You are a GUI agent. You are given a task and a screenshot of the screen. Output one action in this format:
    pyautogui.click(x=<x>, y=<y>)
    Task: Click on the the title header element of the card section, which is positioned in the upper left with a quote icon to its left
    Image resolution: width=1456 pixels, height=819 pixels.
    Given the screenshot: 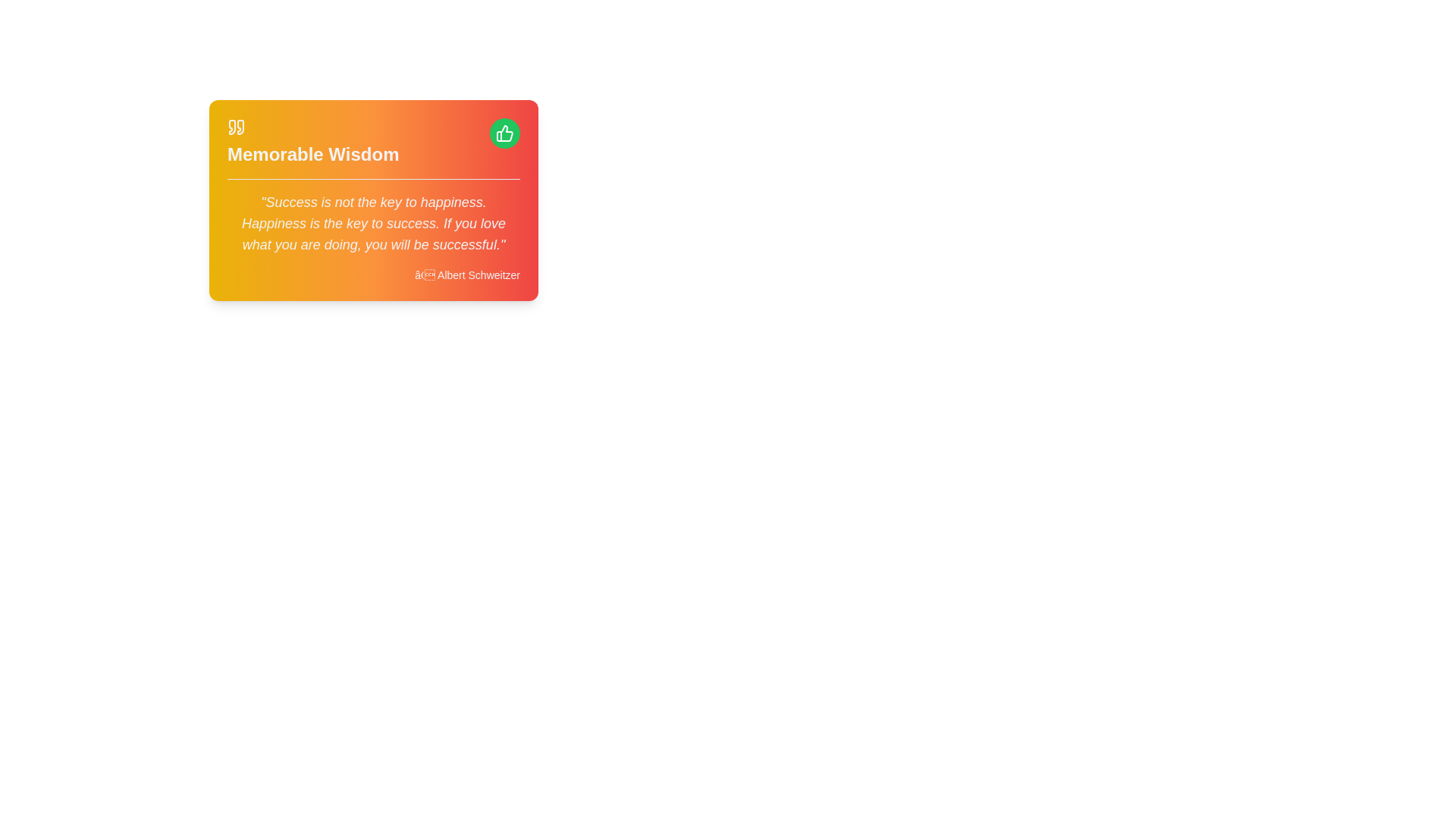 What is the action you would take?
    pyautogui.click(x=312, y=143)
    